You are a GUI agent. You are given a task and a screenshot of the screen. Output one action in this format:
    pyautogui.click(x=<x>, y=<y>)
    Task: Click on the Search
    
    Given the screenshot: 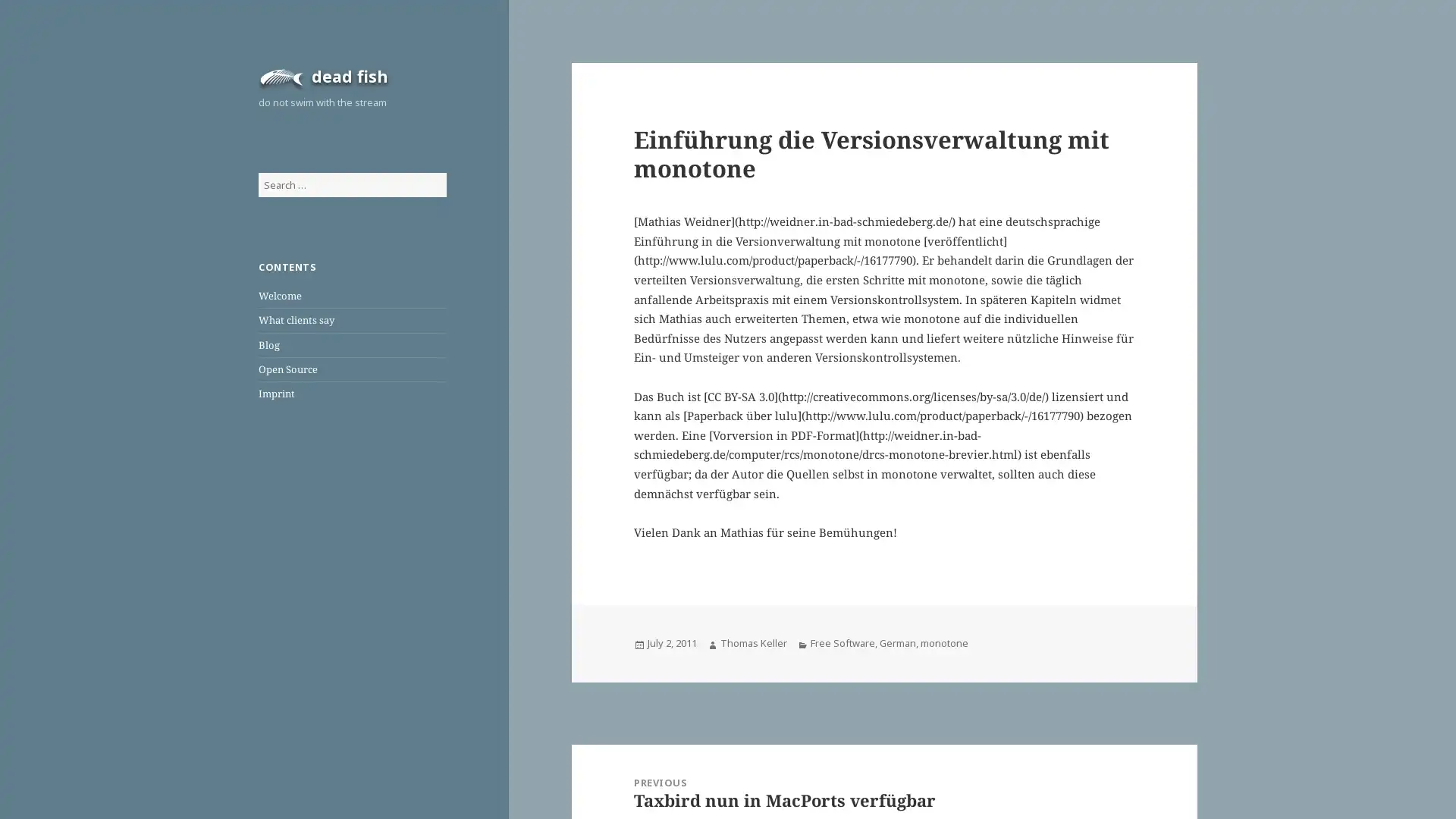 What is the action you would take?
    pyautogui.click(x=445, y=171)
    